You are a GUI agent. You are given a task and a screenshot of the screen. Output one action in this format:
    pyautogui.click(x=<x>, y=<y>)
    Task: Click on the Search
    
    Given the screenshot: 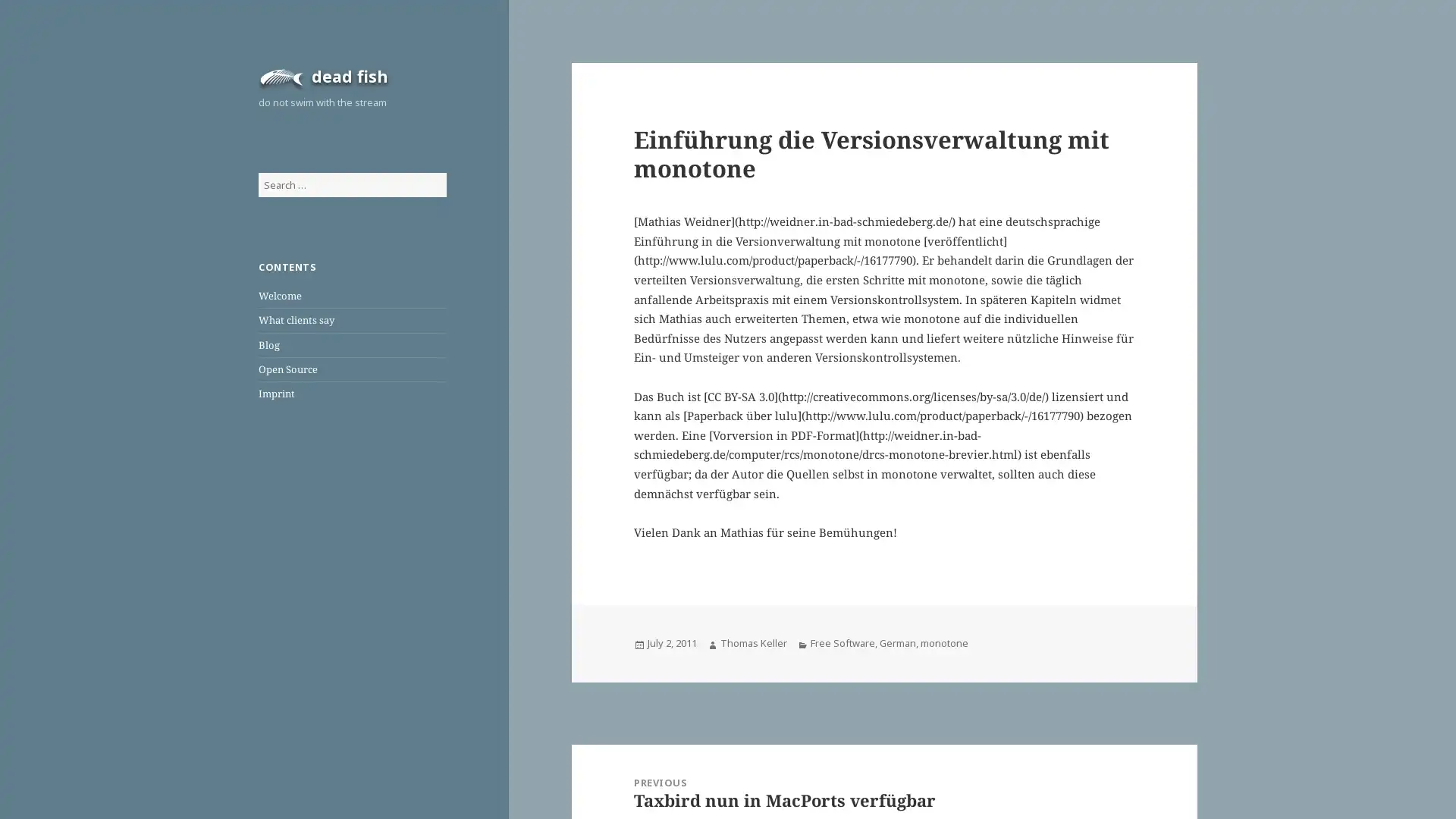 What is the action you would take?
    pyautogui.click(x=445, y=171)
    